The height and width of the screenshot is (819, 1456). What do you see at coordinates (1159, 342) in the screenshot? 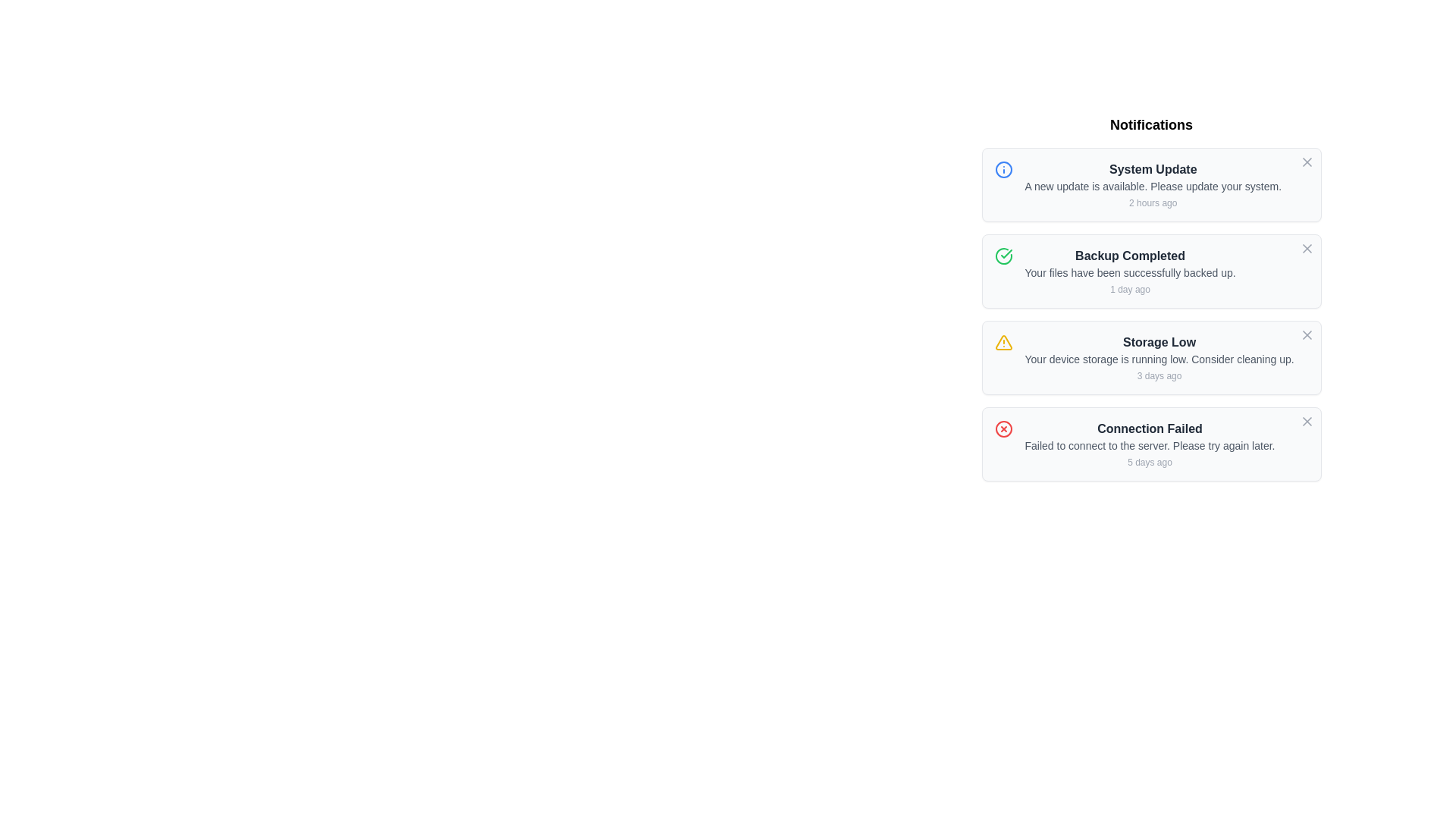
I see `the 'Storage Low' text label, which is the title of the notification regarding low storage status, located within the third notification card in the Notifications section` at bounding box center [1159, 342].